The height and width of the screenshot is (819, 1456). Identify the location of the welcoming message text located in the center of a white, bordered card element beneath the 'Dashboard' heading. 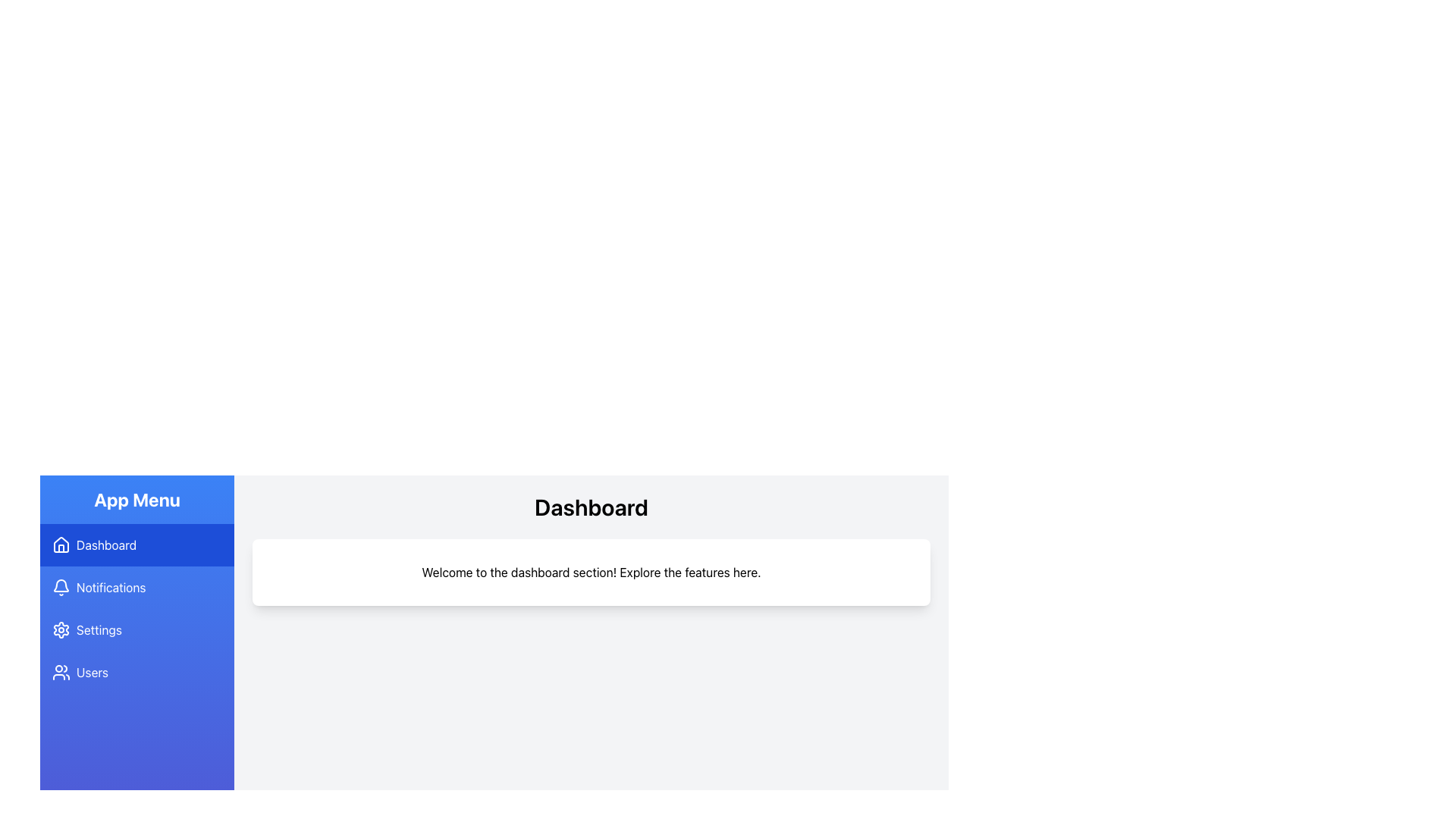
(590, 573).